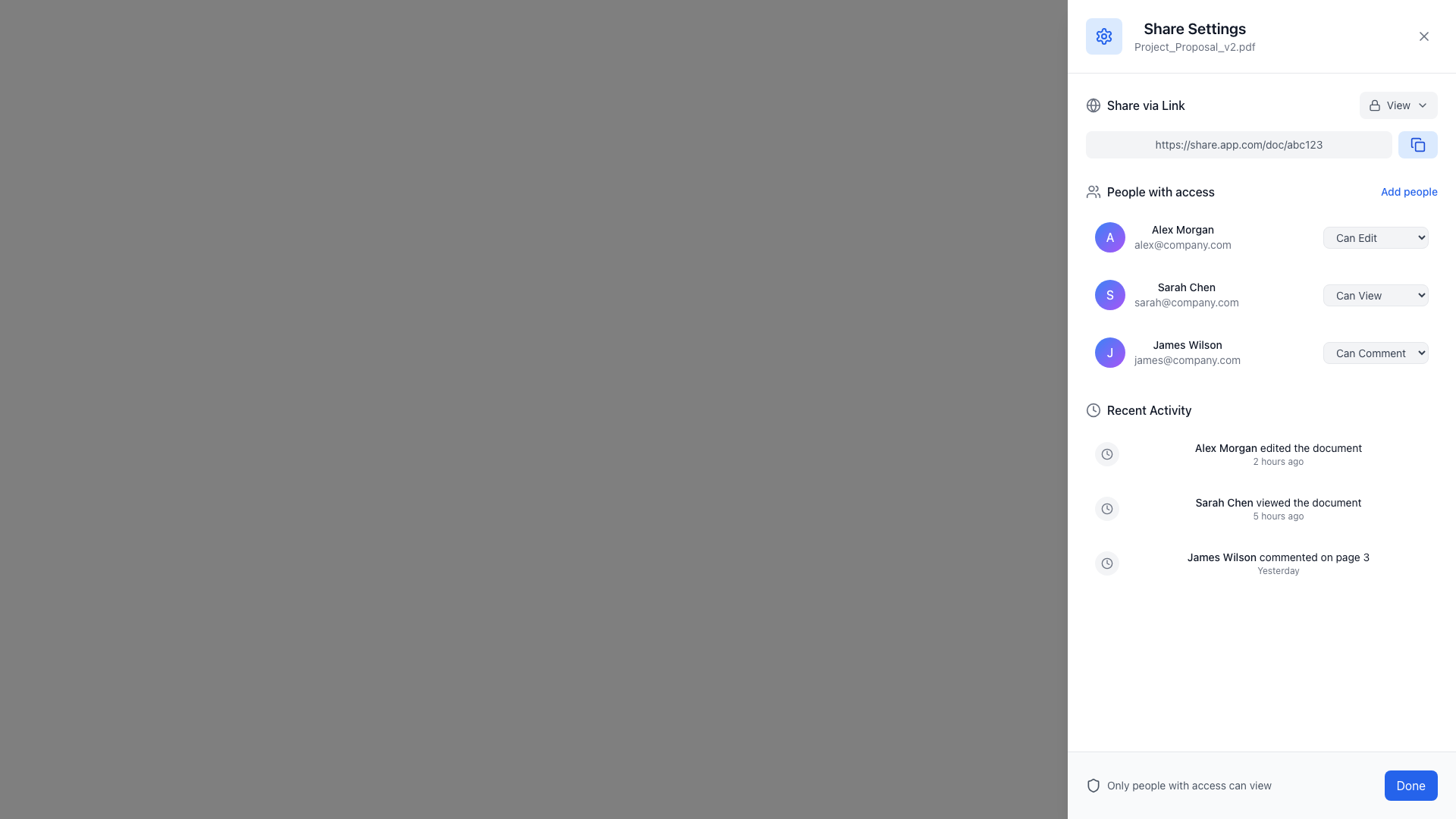  Describe the element at coordinates (1277, 570) in the screenshot. I see `text label that provides timestamp information, specifically the text 'Yesterday', located in the 'Recent Activity' section below the comment from James Wilson` at that location.